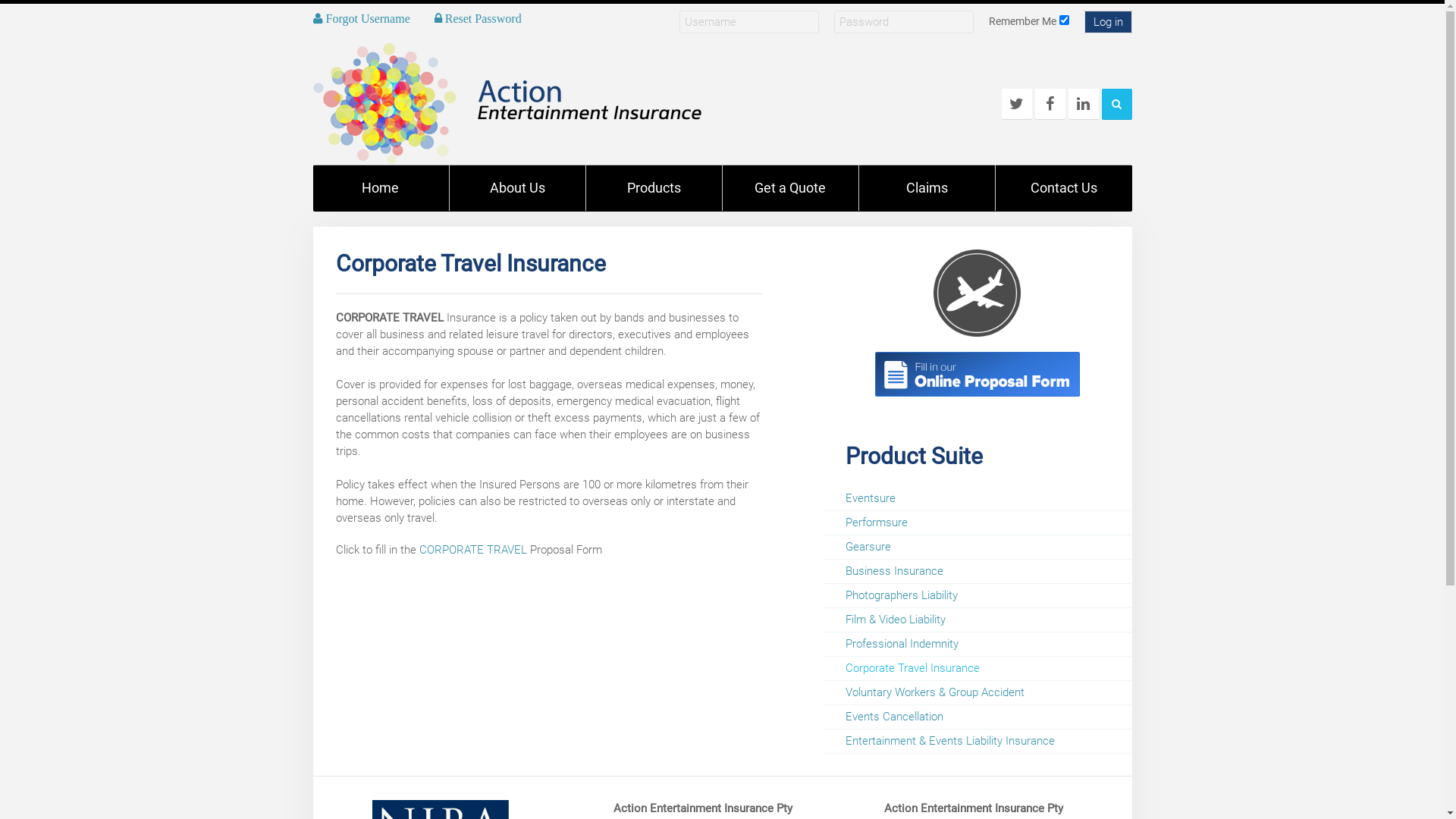 This screenshot has height=819, width=1456. What do you see at coordinates (976, 692) in the screenshot?
I see `'Voluntary Workers & Group Accident'` at bounding box center [976, 692].